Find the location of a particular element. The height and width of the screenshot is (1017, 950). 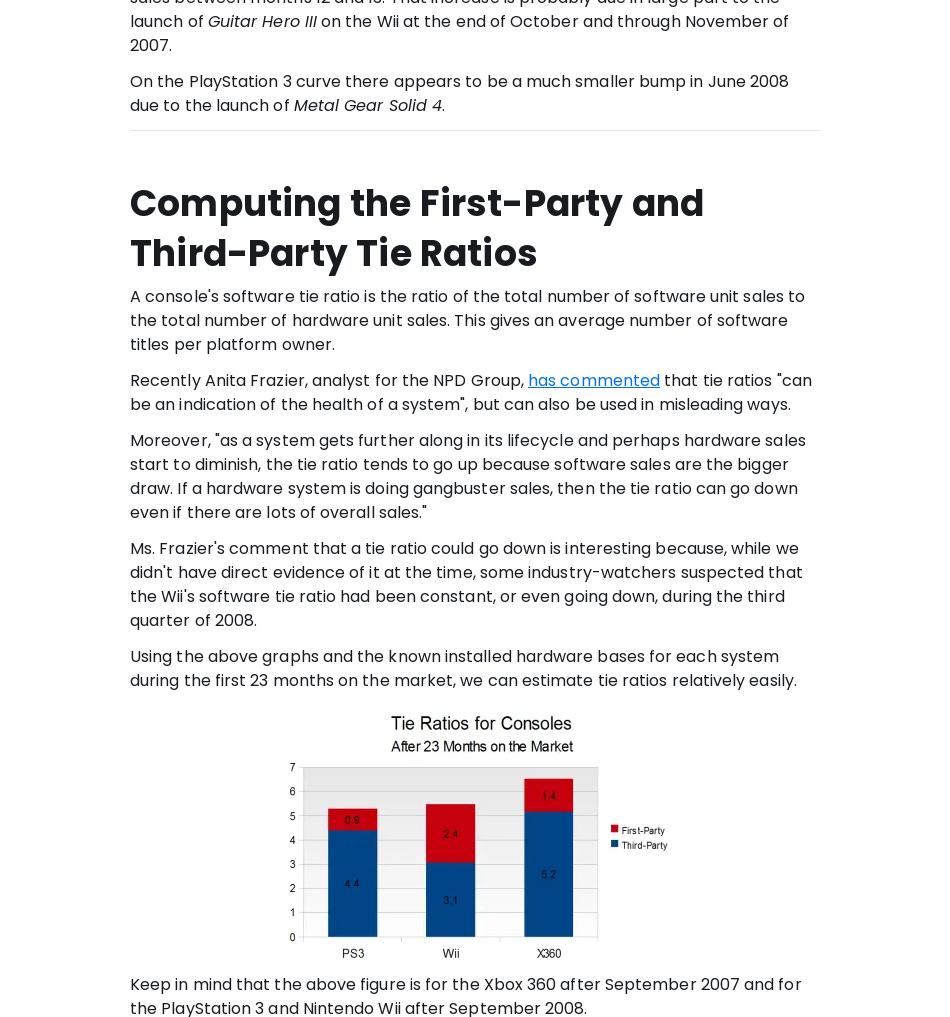

'that tie ratios "can be an indication of the health of a system",
but can also be used in misleading ways.' is located at coordinates (469, 390).